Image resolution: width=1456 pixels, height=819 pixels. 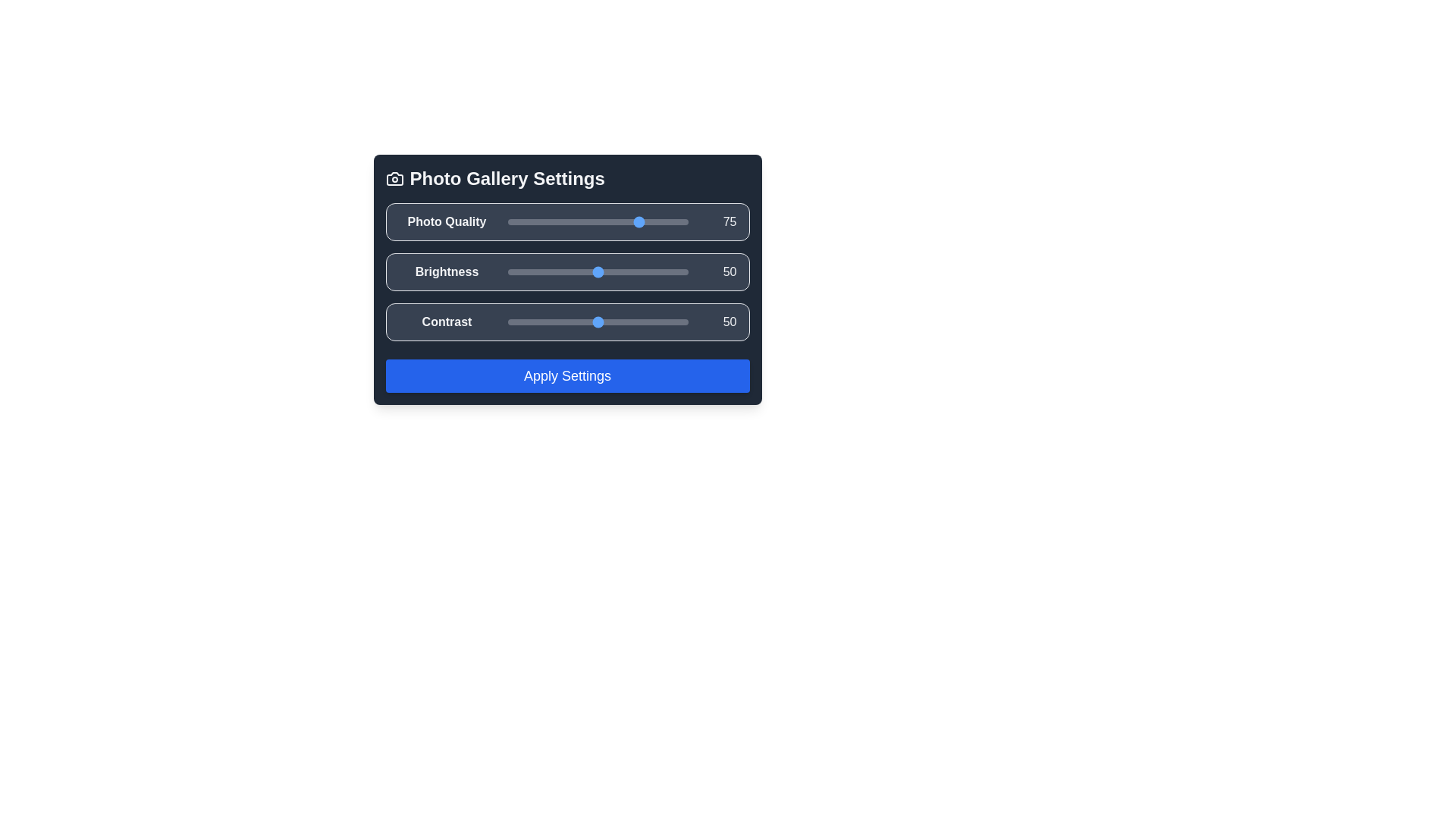 What do you see at coordinates (531, 321) in the screenshot?
I see `the contrast` at bounding box center [531, 321].